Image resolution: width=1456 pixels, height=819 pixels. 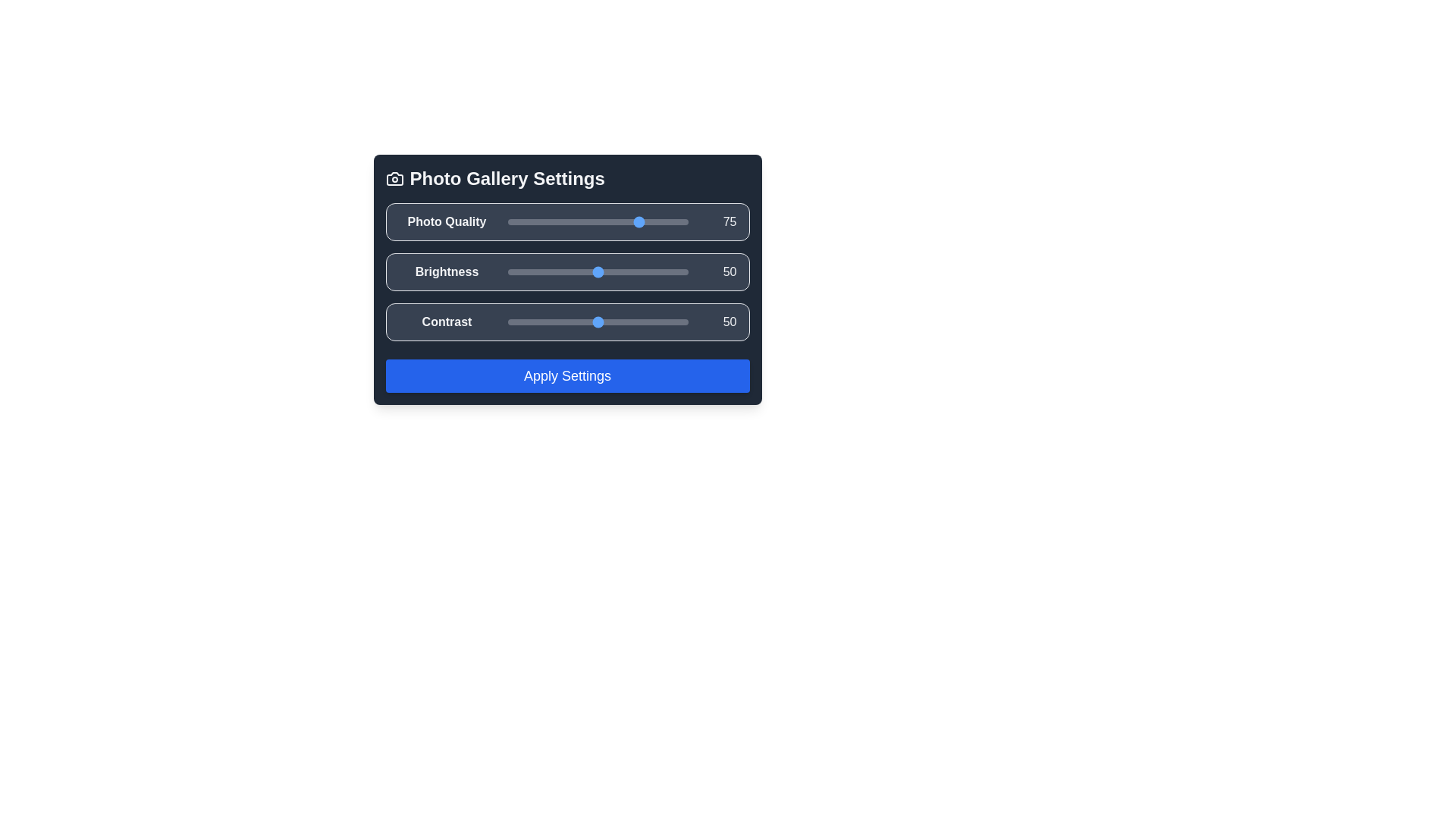 What do you see at coordinates (531, 321) in the screenshot?
I see `the contrast` at bounding box center [531, 321].